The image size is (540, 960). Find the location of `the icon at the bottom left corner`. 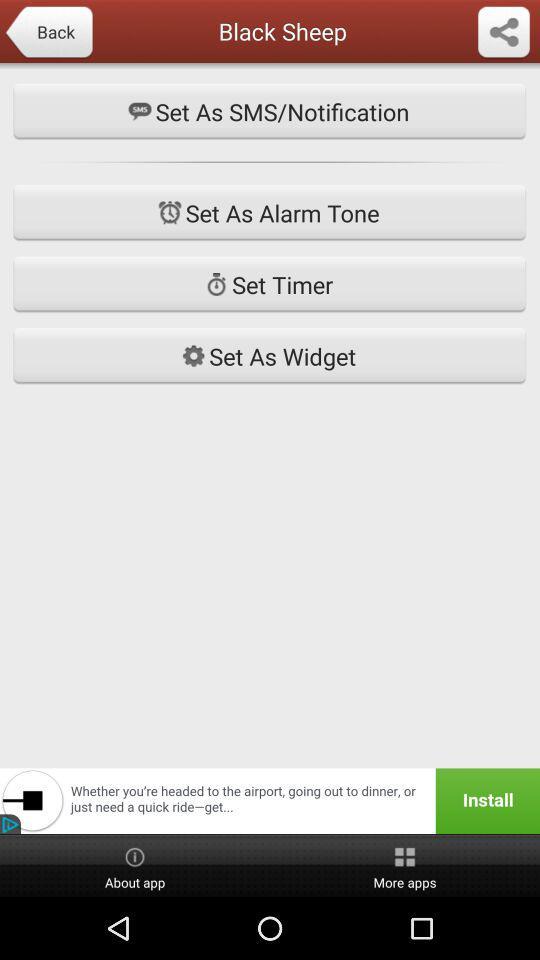

the icon at the bottom left corner is located at coordinates (135, 865).